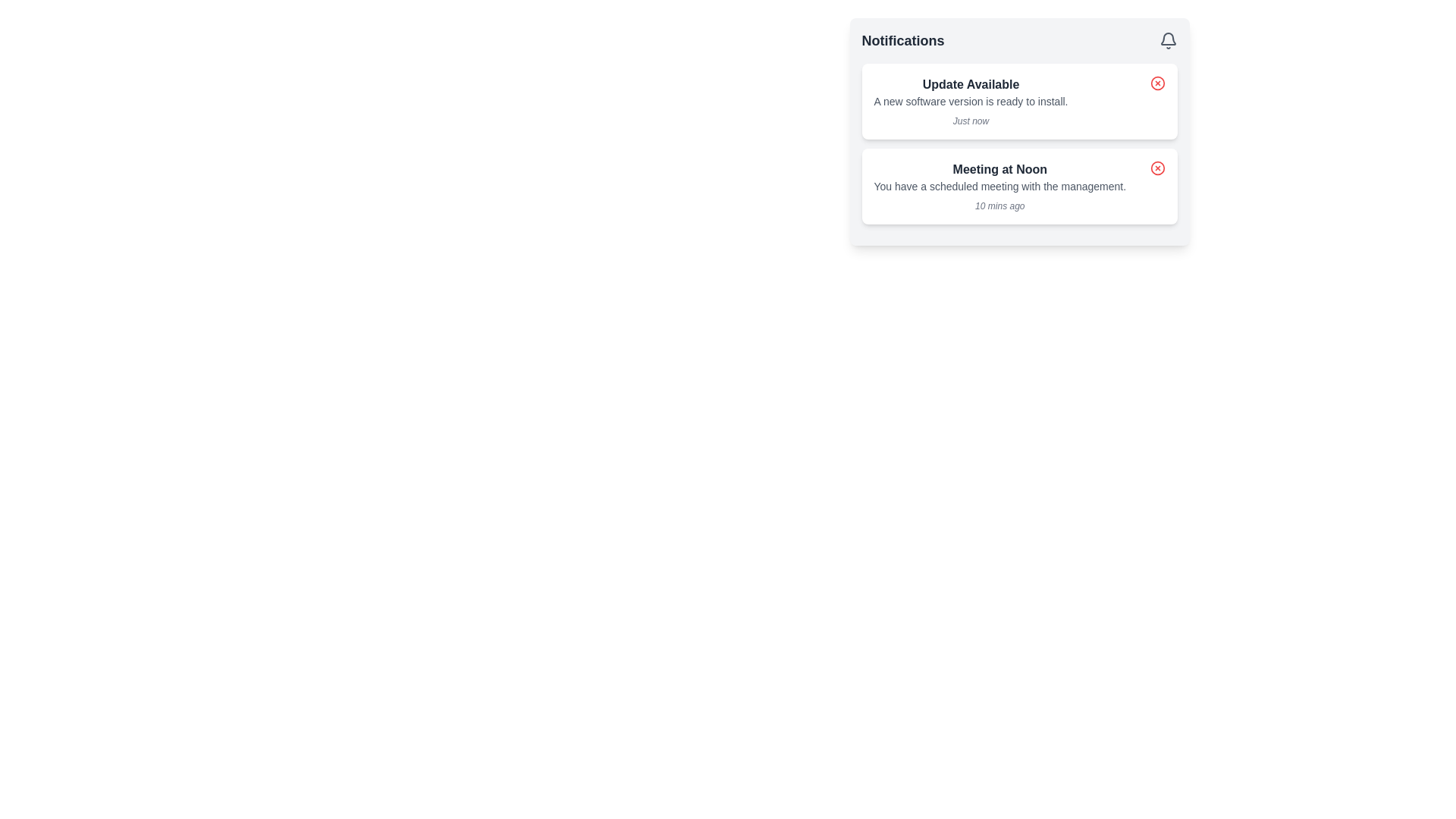 The image size is (1456, 819). What do you see at coordinates (1156, 168) in the screenshot?
I see `the dismiss button located in the top-right corner of the 'Meeting at Noon' notification card` at bounding box center [1156, 168].